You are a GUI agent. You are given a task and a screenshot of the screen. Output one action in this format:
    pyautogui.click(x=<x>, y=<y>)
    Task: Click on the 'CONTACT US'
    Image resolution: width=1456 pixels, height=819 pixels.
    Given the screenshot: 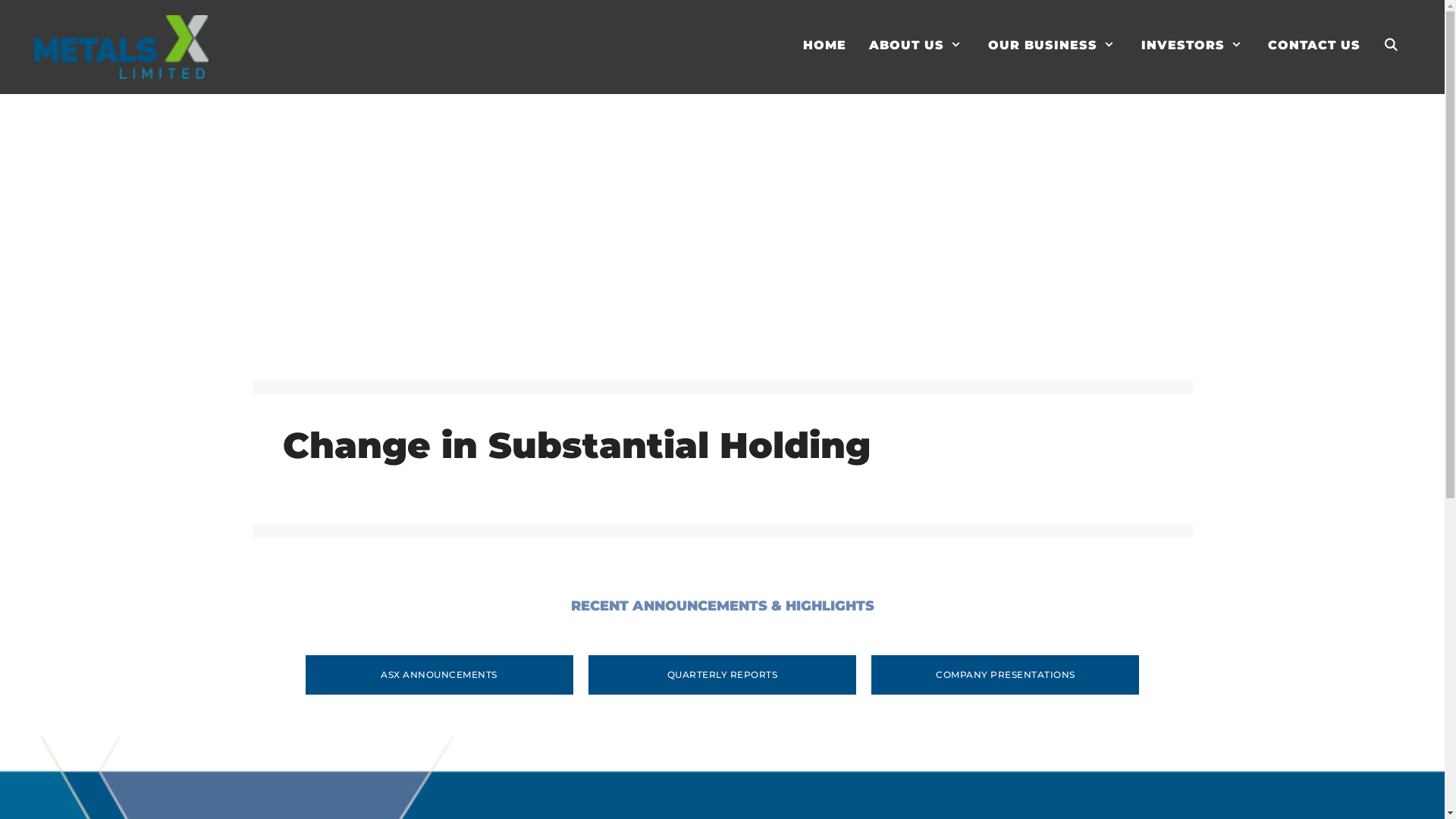 What is the action you would take?
    pyautogui.click(x=1313, y=45)
    